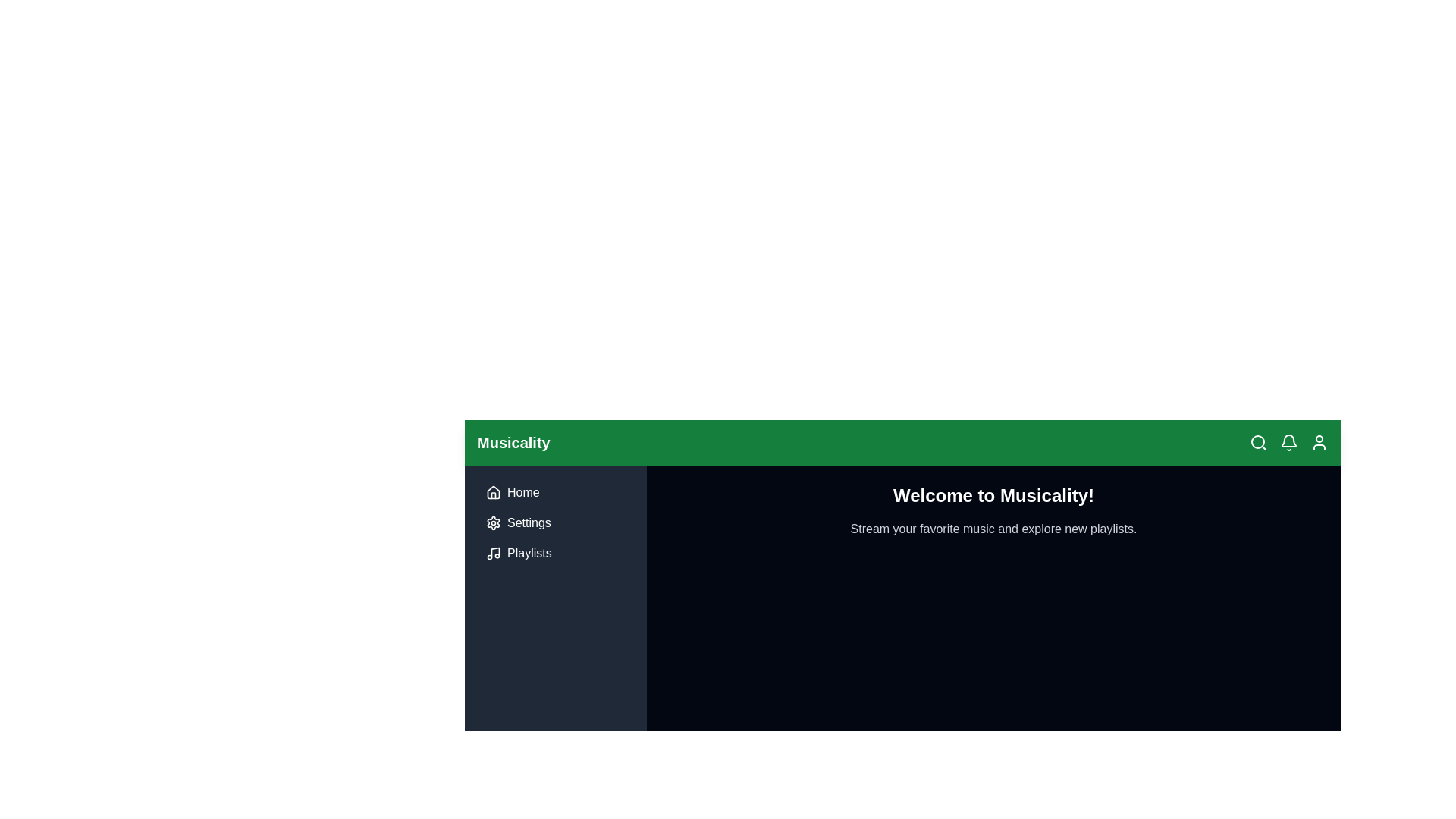 The width and height of the screenshot is (1456, 819). Describe the element at coordinates (555, 553) in the screenshot. I see `the navigation button located in the vertical menu on the left side of the interface` at that location.